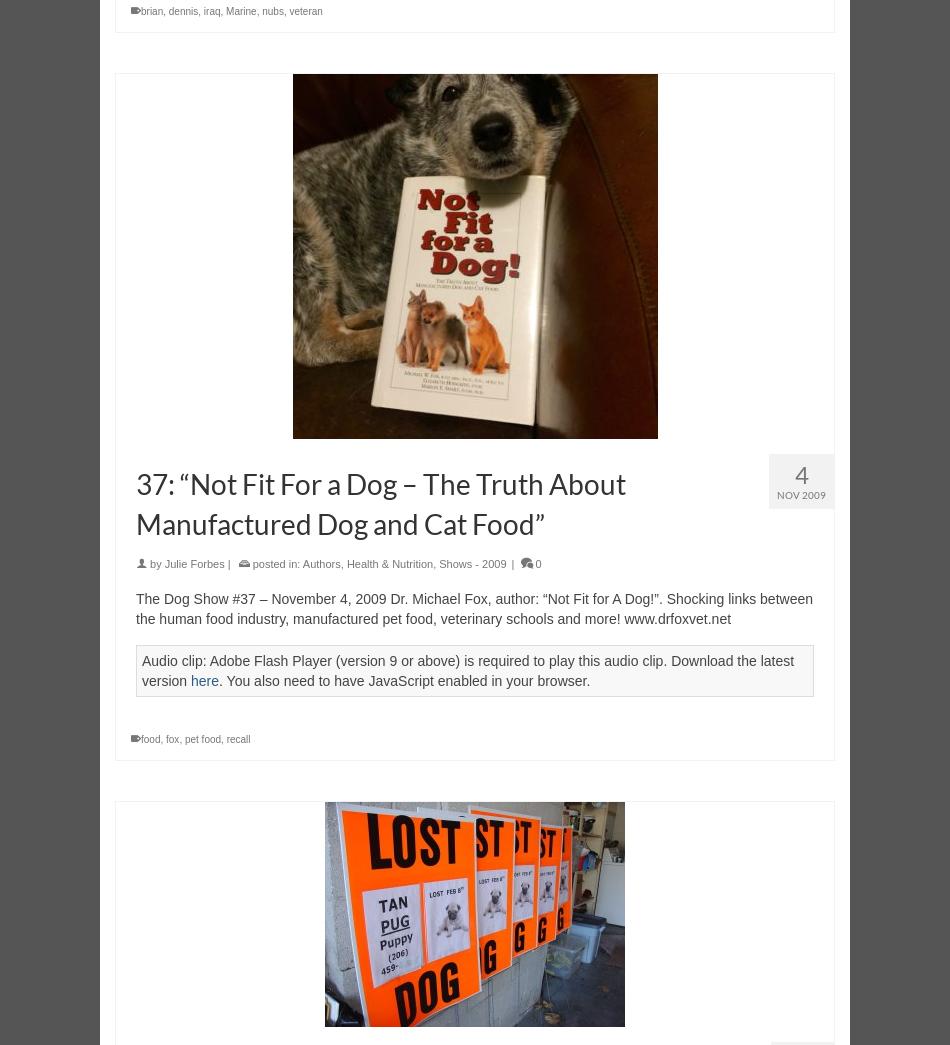 The image size is (950, 1045). What do you see at coordinates (240, 10) in the screenshot?
I see `'Marine'` at bounding box center [240, 10].